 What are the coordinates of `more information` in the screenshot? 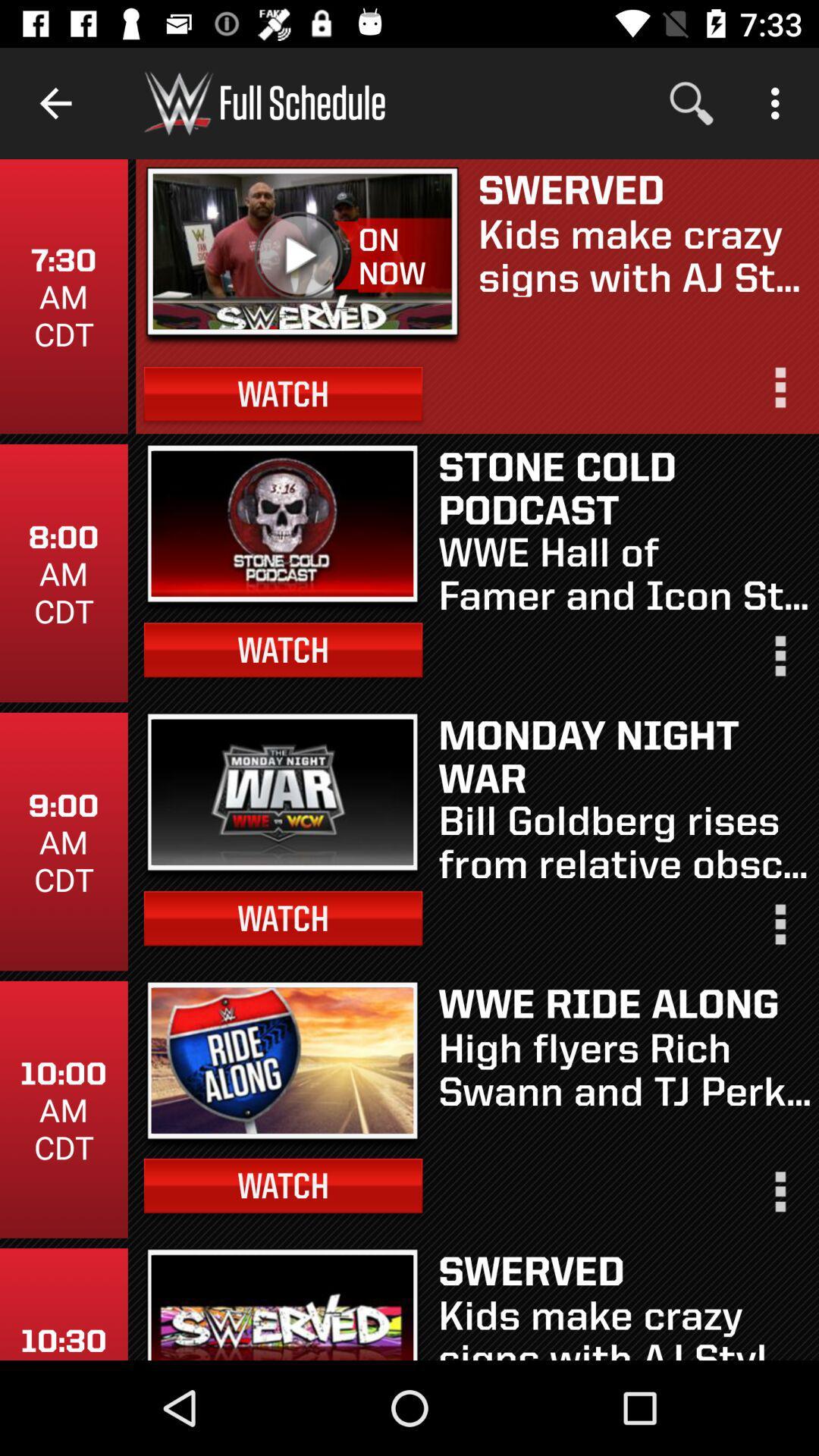 It's located at (779, 394).